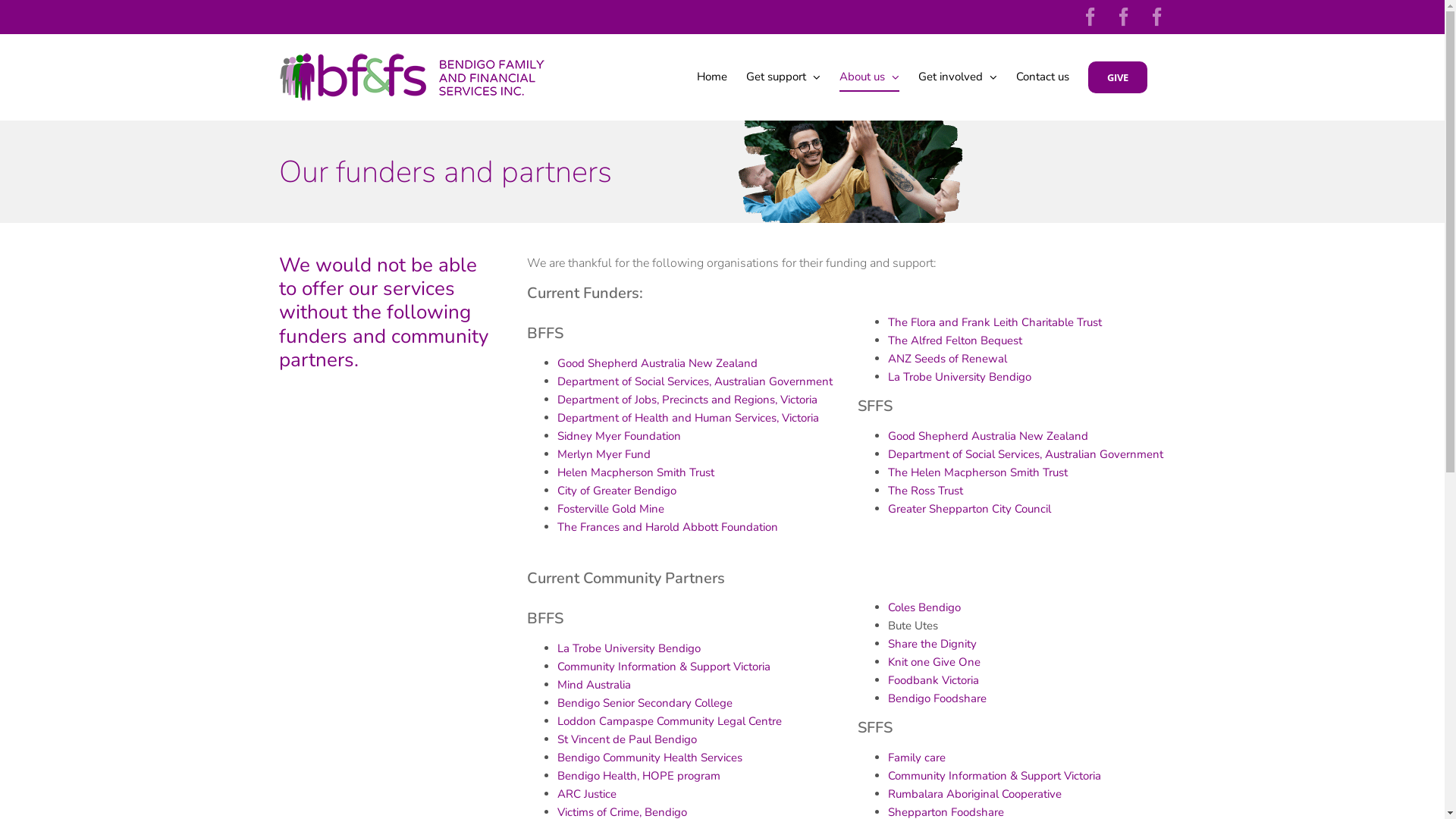 The image size is (1456, 819). I want to click on 'Get involved', so click(956, 77).